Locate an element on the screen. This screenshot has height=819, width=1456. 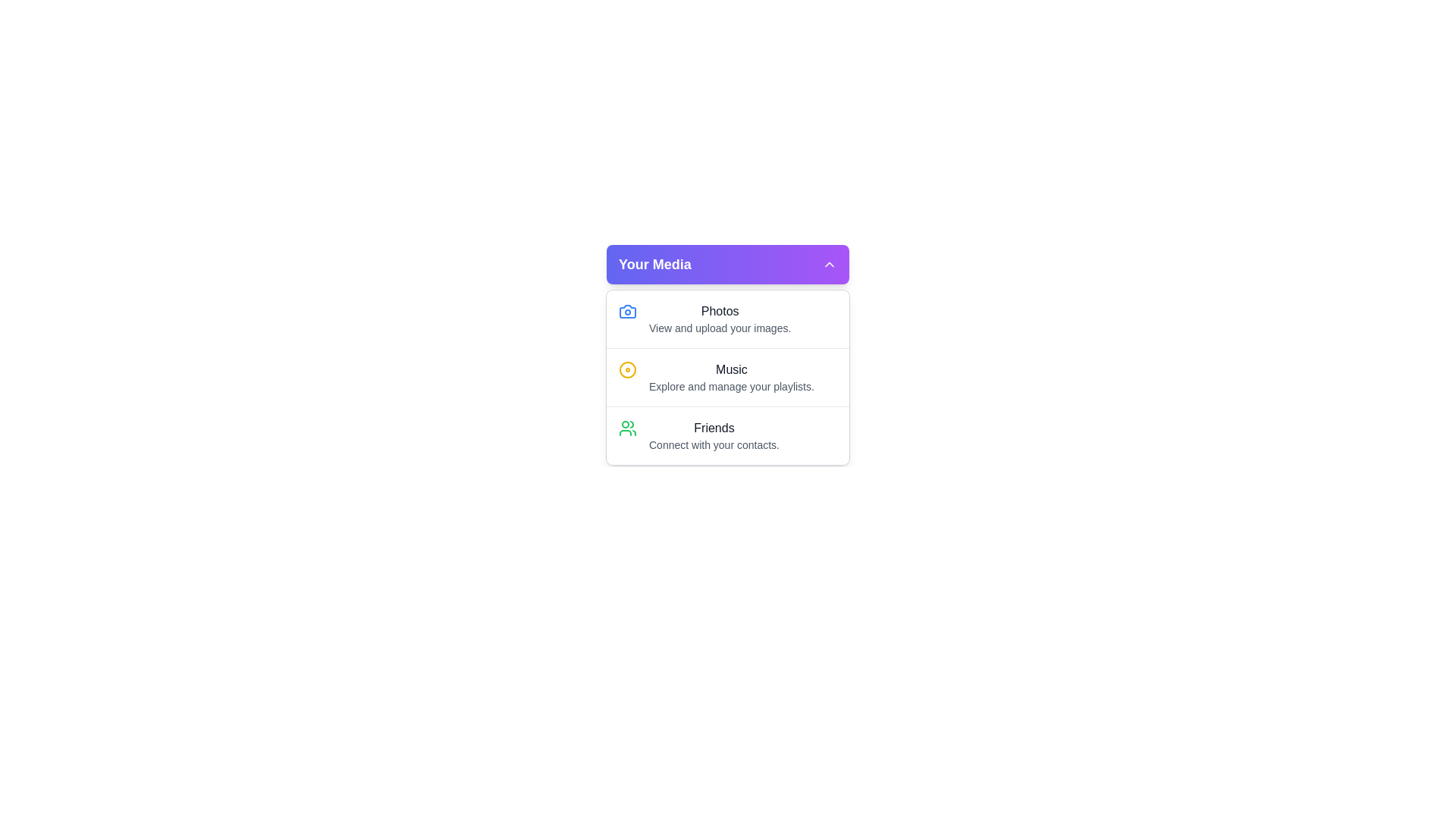
the navigational button labeled 'Photos' which features a blue camera icon and a bold header, located within the 'Your Media' section is located at coordinates (728, 318).